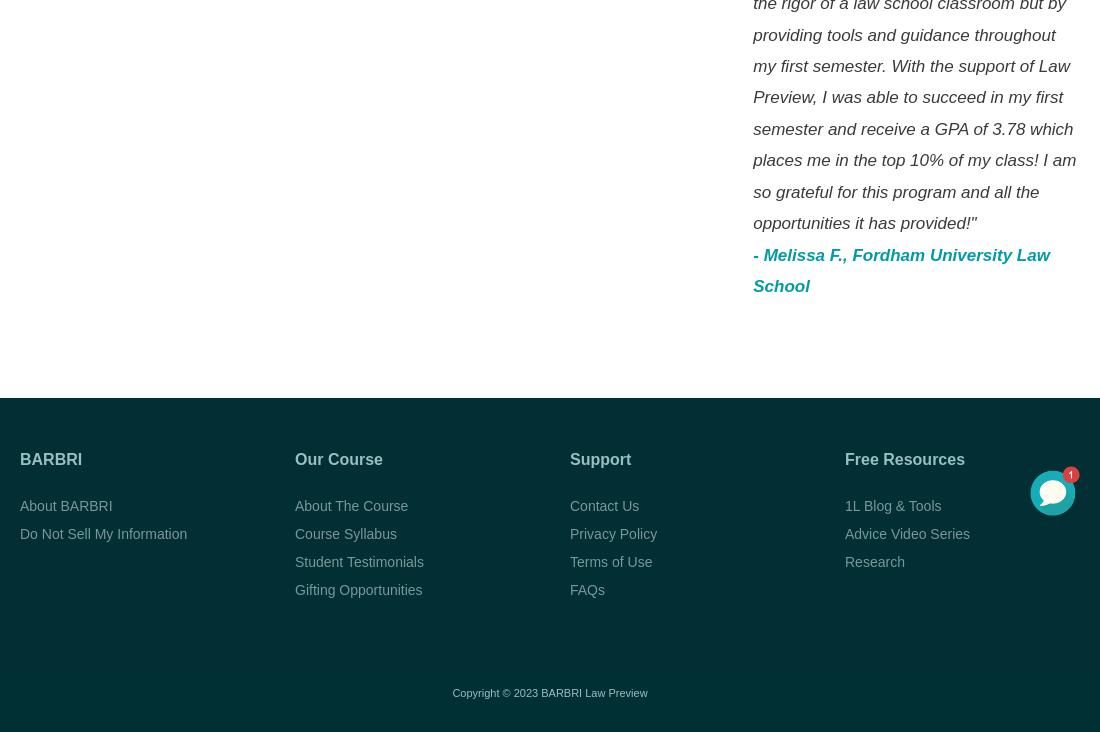 Image resolution: width=1100 pixels, height=732 pixels. I want to click on 'Support', so click(599, 458).